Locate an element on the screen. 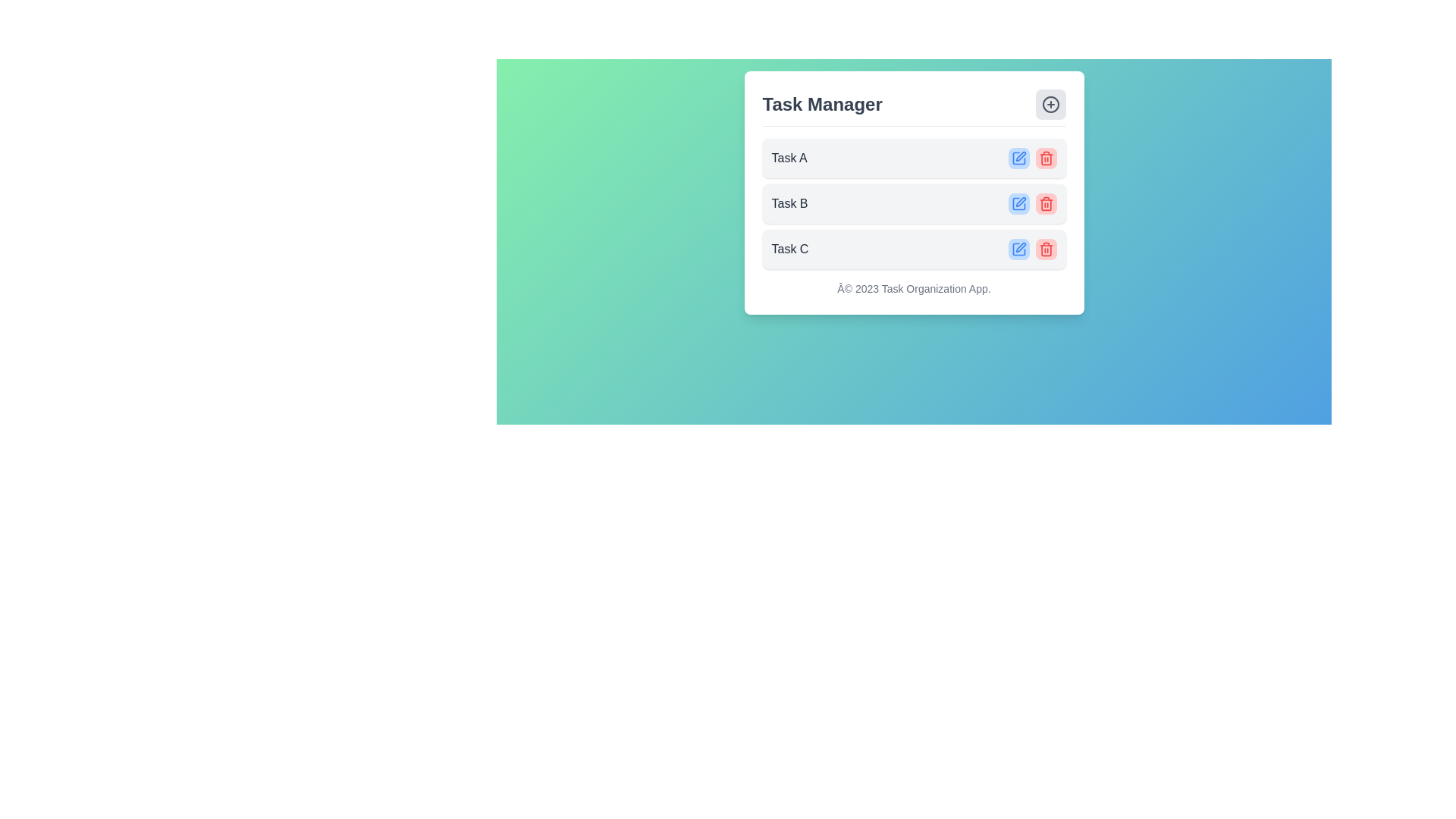 This screenshot has height=819, width=1456. the Task list item labeled 'Task C', which is the third task in the list is located at coordinates (913, 248).